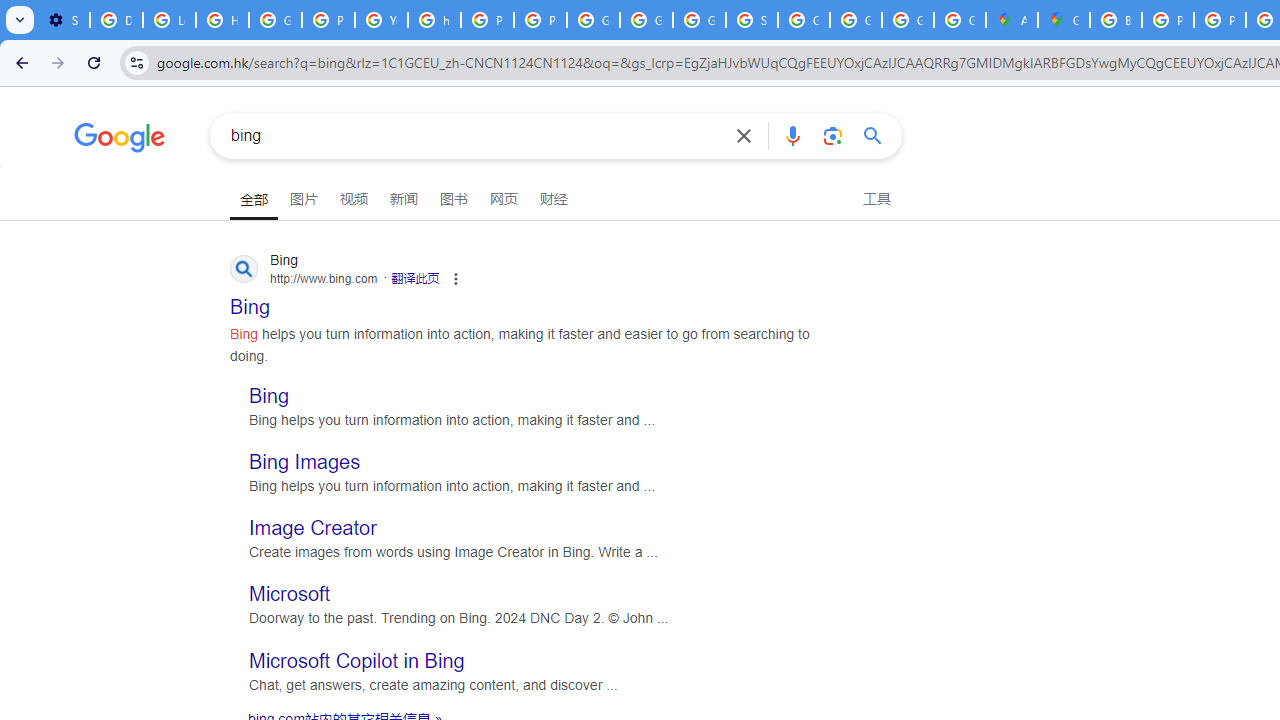  What do you see at coordinates (289, 593) in the screenshot?
I see `'Microsoft'` at bounding box center [289, 593].